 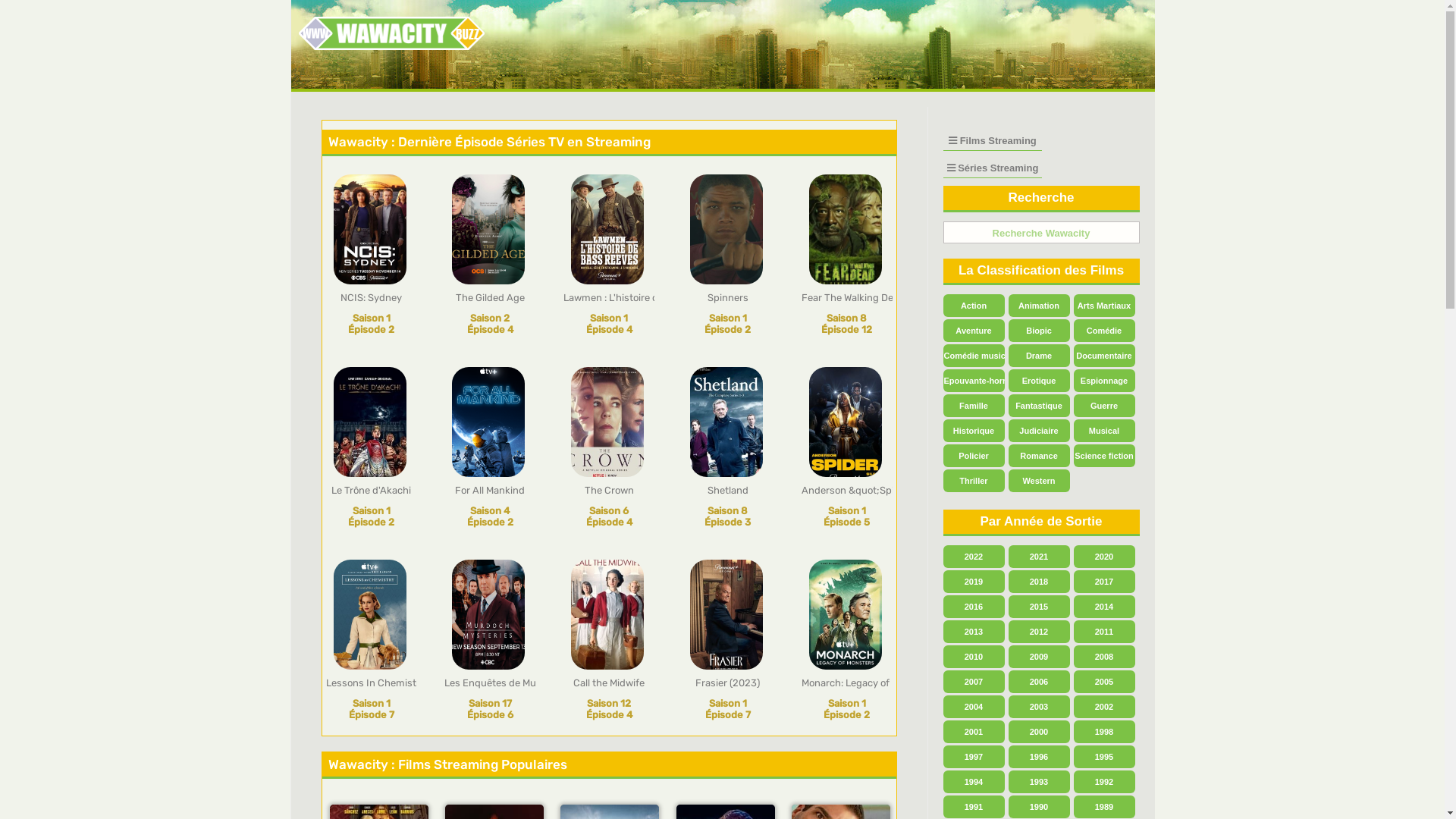 What do you see at coordinates (1104, 757) in the screenshot?
I see `'1995'` at bounding box center [1104, 757].